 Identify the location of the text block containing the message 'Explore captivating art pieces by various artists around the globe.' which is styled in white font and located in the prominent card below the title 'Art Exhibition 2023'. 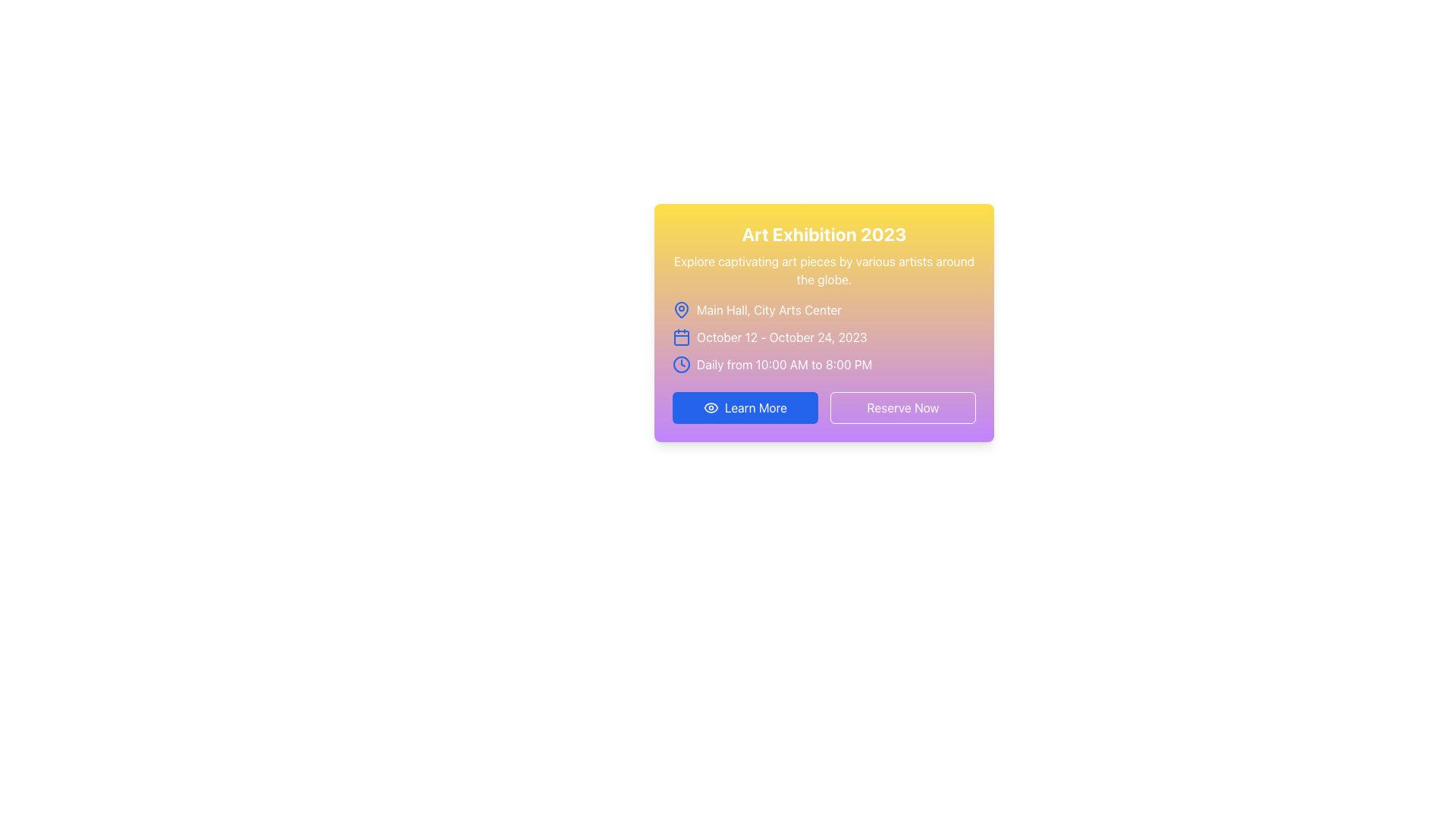
(823, 270).